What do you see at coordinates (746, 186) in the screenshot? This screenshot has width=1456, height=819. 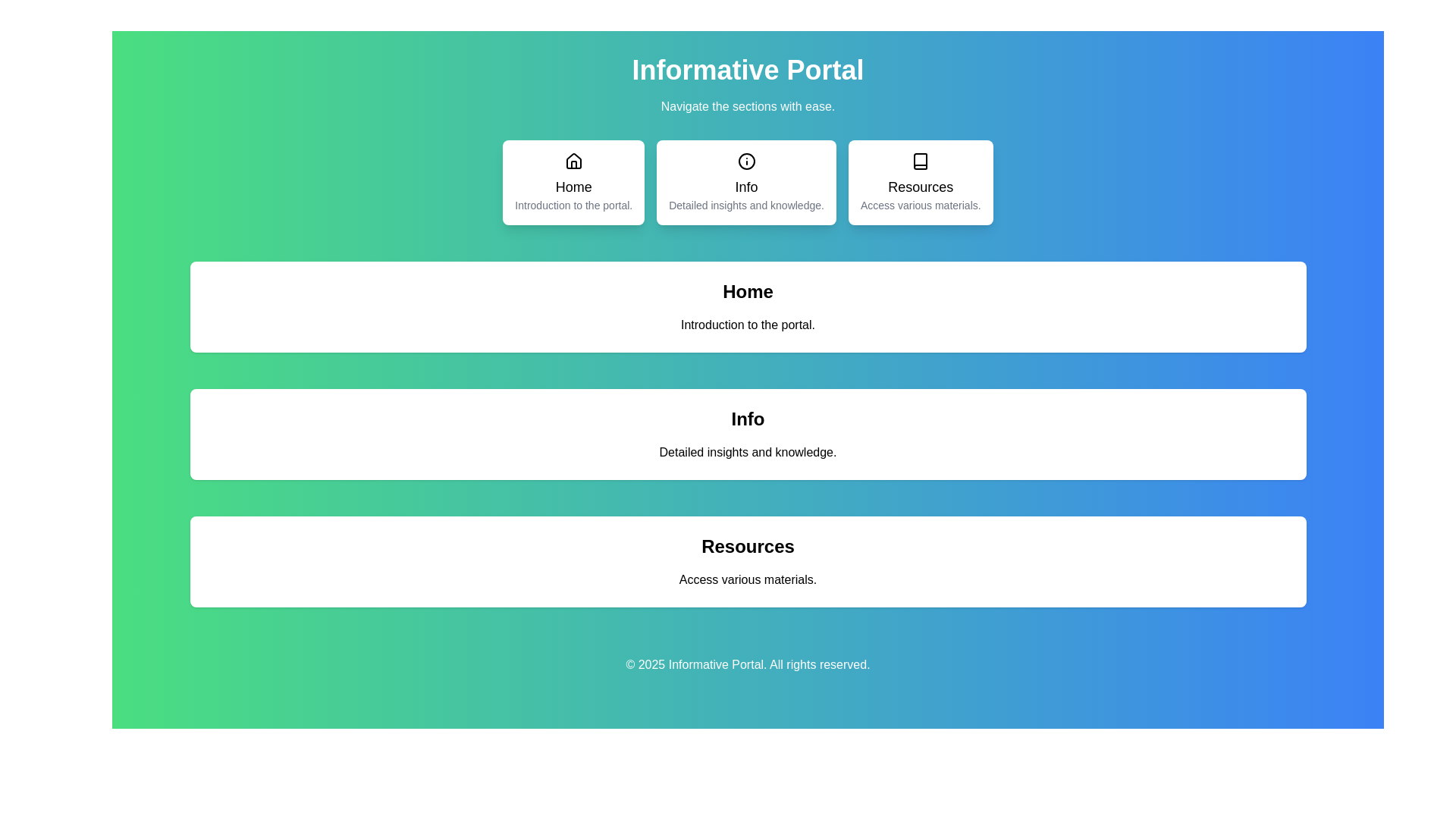 I see `'Info' text label, which is displayed in bold font and located centrally under a circular icon in the middle section of the middle card among three horizontally aligned cards` at bounding box center [746, 186].